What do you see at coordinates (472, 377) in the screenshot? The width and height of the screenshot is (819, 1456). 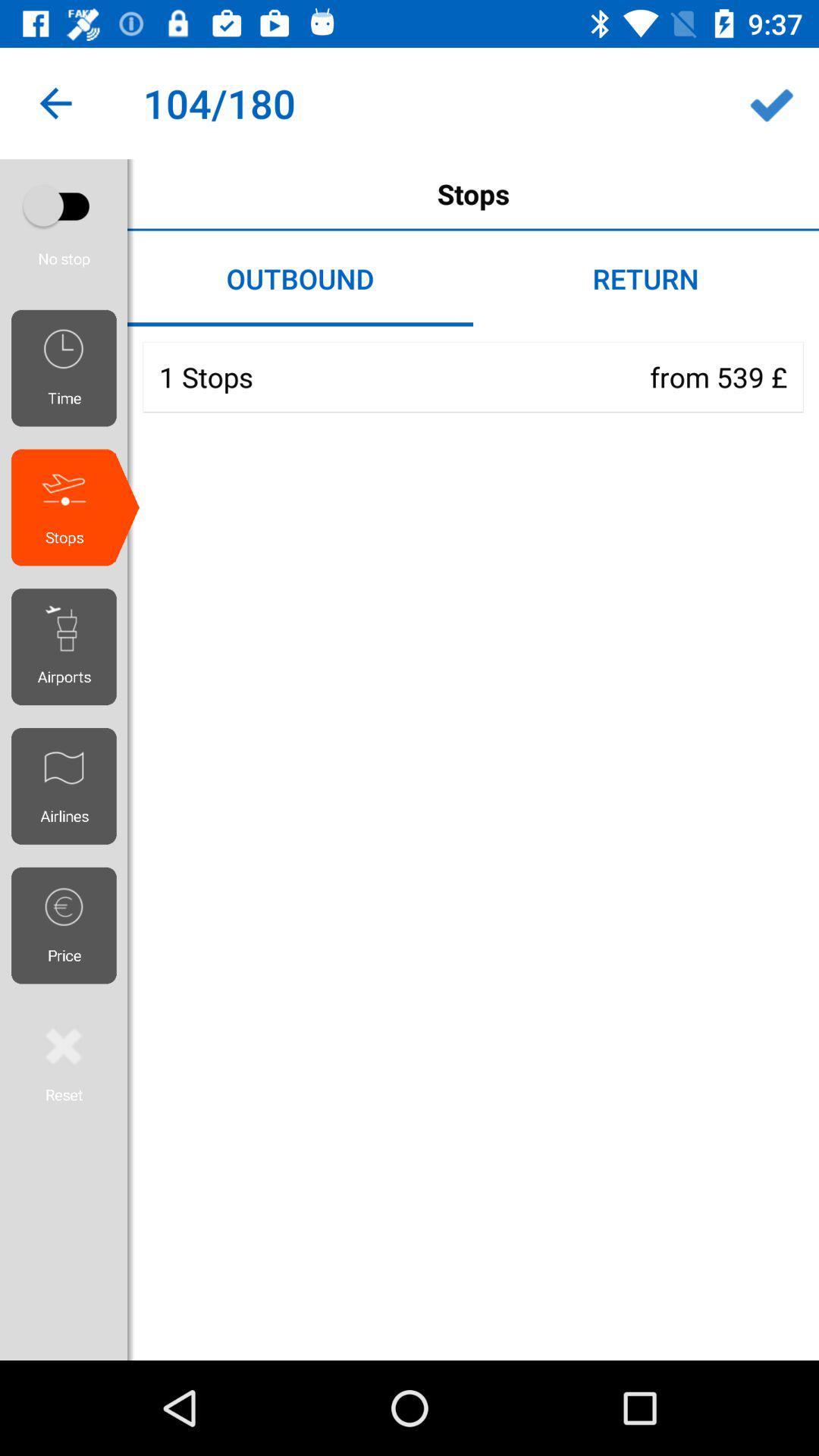 I see `1 stops from 539 pounds which is after time on the page` at bounding box center [472, 377].